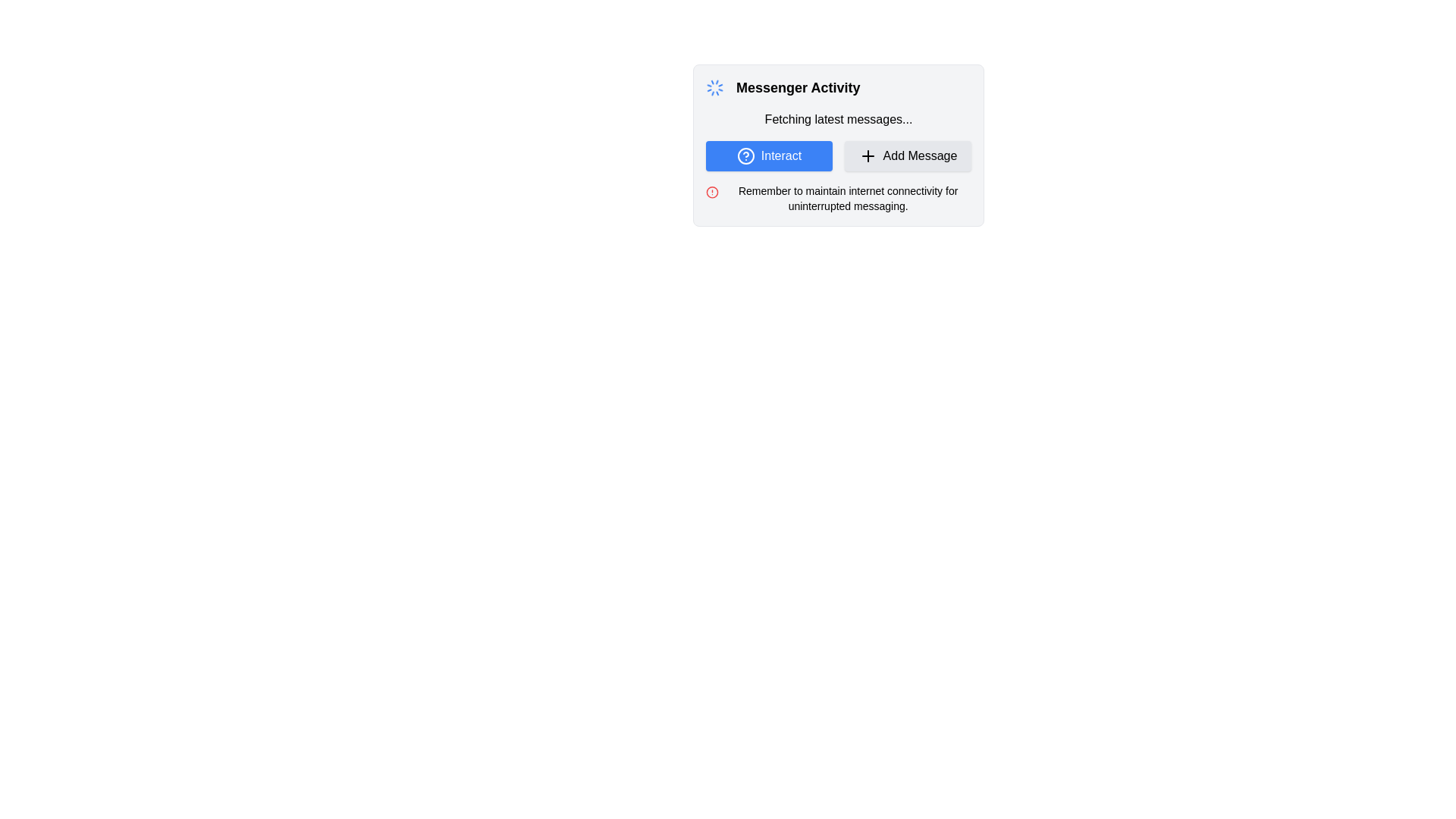 This screenshot has height=819, width=1456. Describe the element at coordinates (837, 155) in the screenshot. I see `the button group containing the 'Interact' and 'Add Message' buttons` at that location.